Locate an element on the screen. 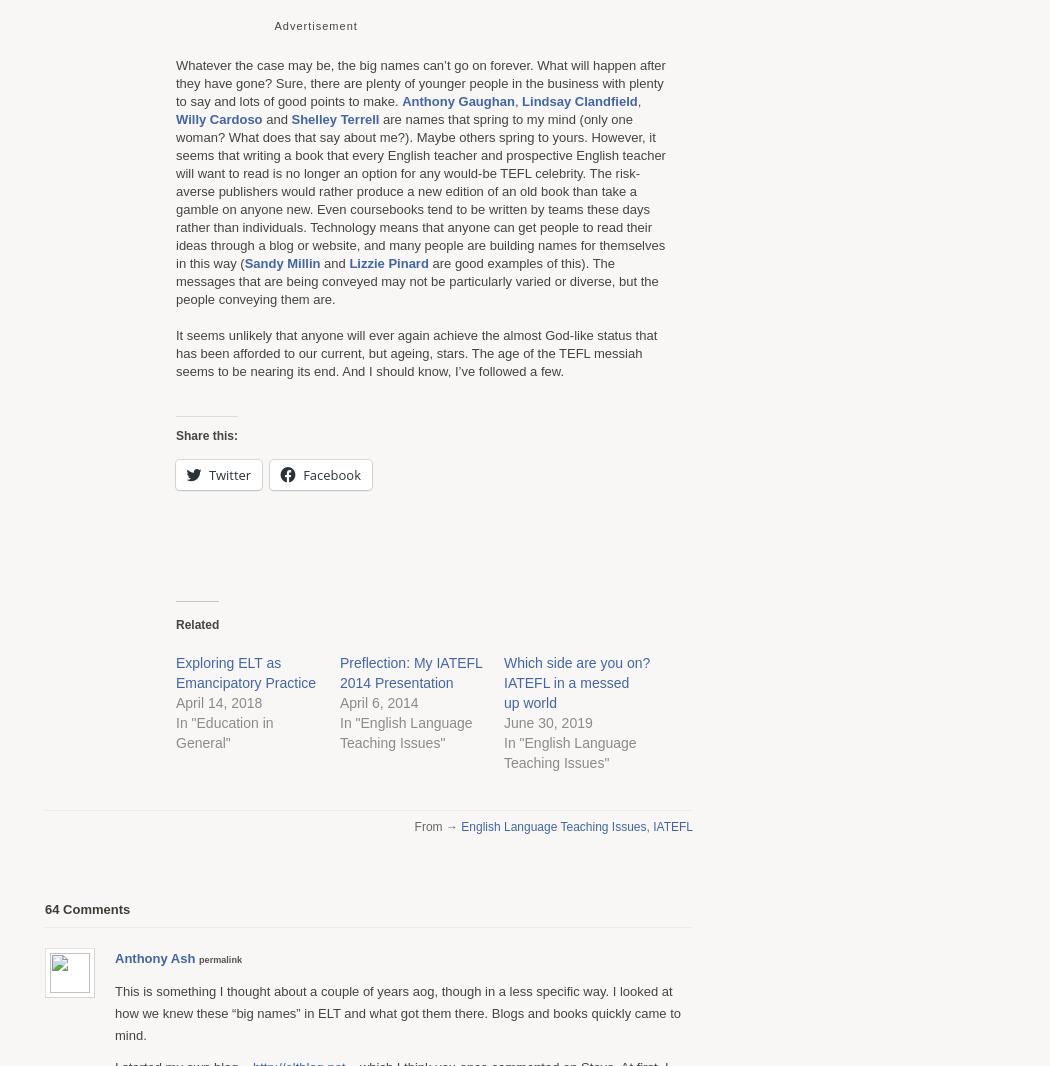 This screenshot has height=1066, width=1050. 'Shelley Terrell' is located at coordinates (334, 118).